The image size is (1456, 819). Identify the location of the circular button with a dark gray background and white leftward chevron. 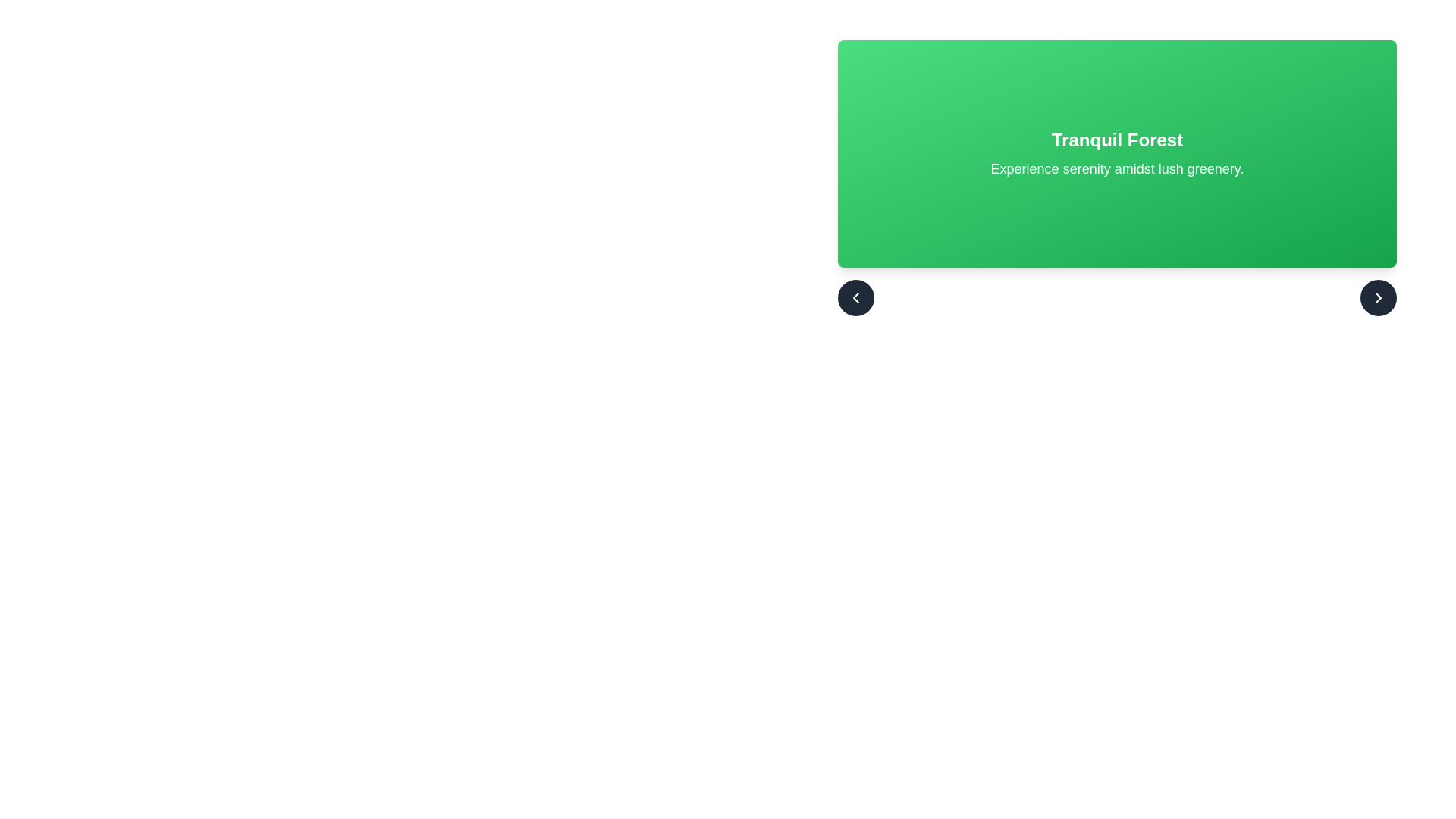
(855, 298).